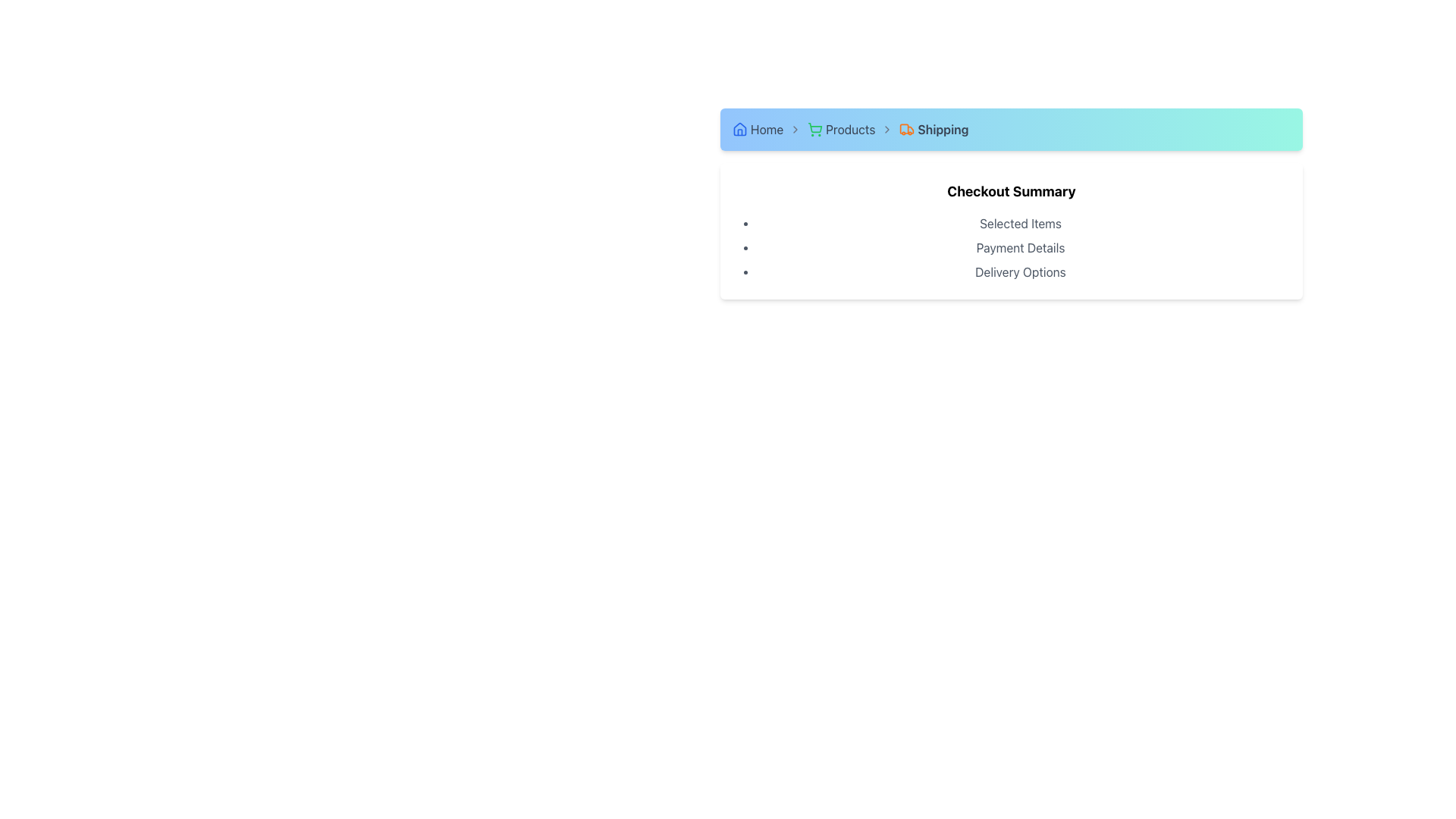 This screenshot has width=1456, height=819. What do you see at coordinates (850, 128) in the screenshot?
I see `the 'Products' navigational breadcrumb link located in the upper section of the interface, positioned to the right of the shopping cart icon` at bounding box center [850, 128].